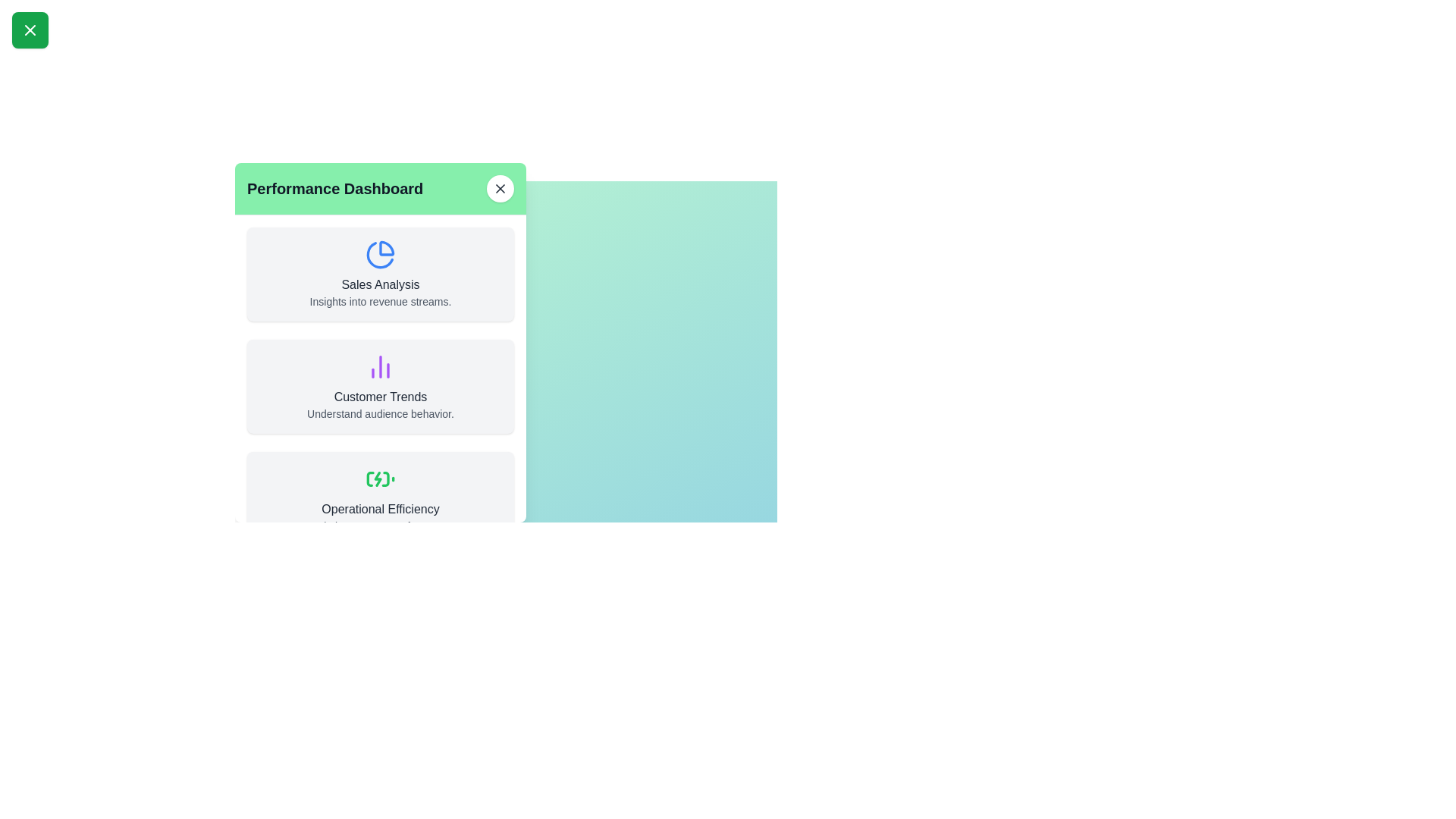 This screenshot has height=819, width=1456. I want to click on text label that is centrally aligned inside the third card in the vertical stack on the left panel, located below a green icon, with a light gray background and rounded corners, so click(381, 509).